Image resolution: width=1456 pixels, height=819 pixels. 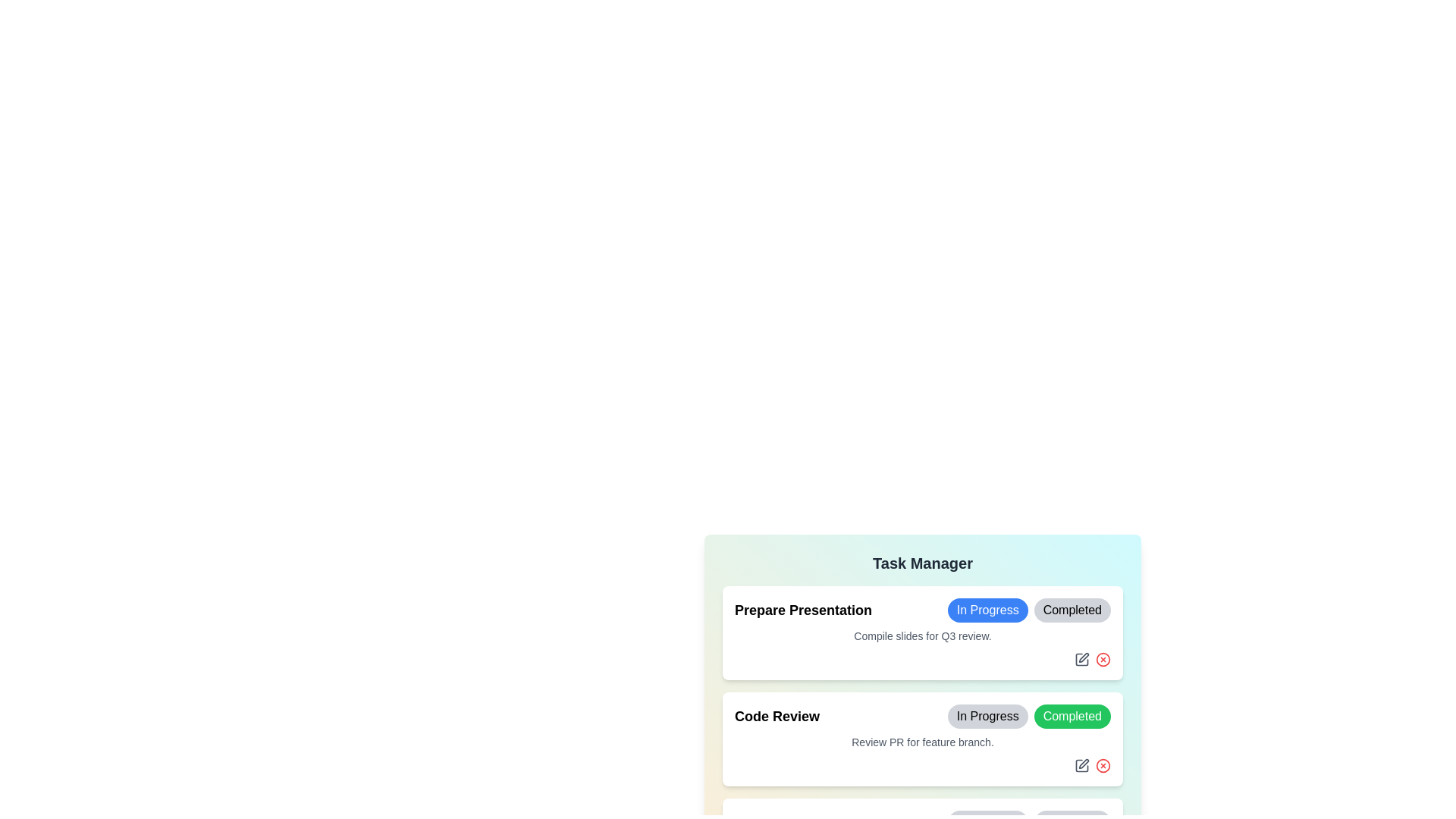 I want to click on the 'In Progress' button for the task titled 'Prepare Presentation', so click(x=987, y=610).